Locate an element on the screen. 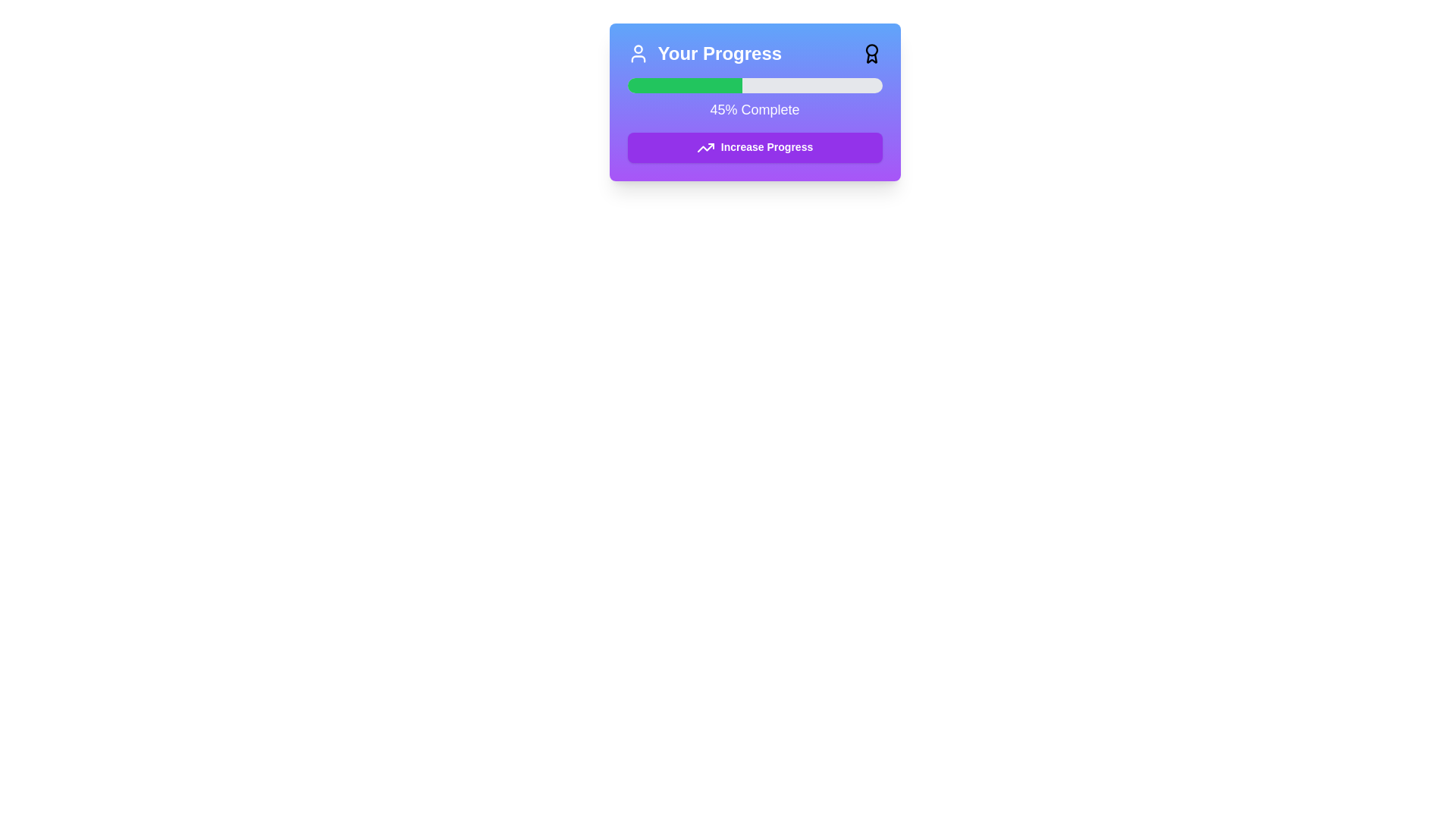  the Progress Bar located below the title 'Your Progress' and above the '45% Complete' text label, which has a light gray background and a green fill is located at coordinates (755, 85).